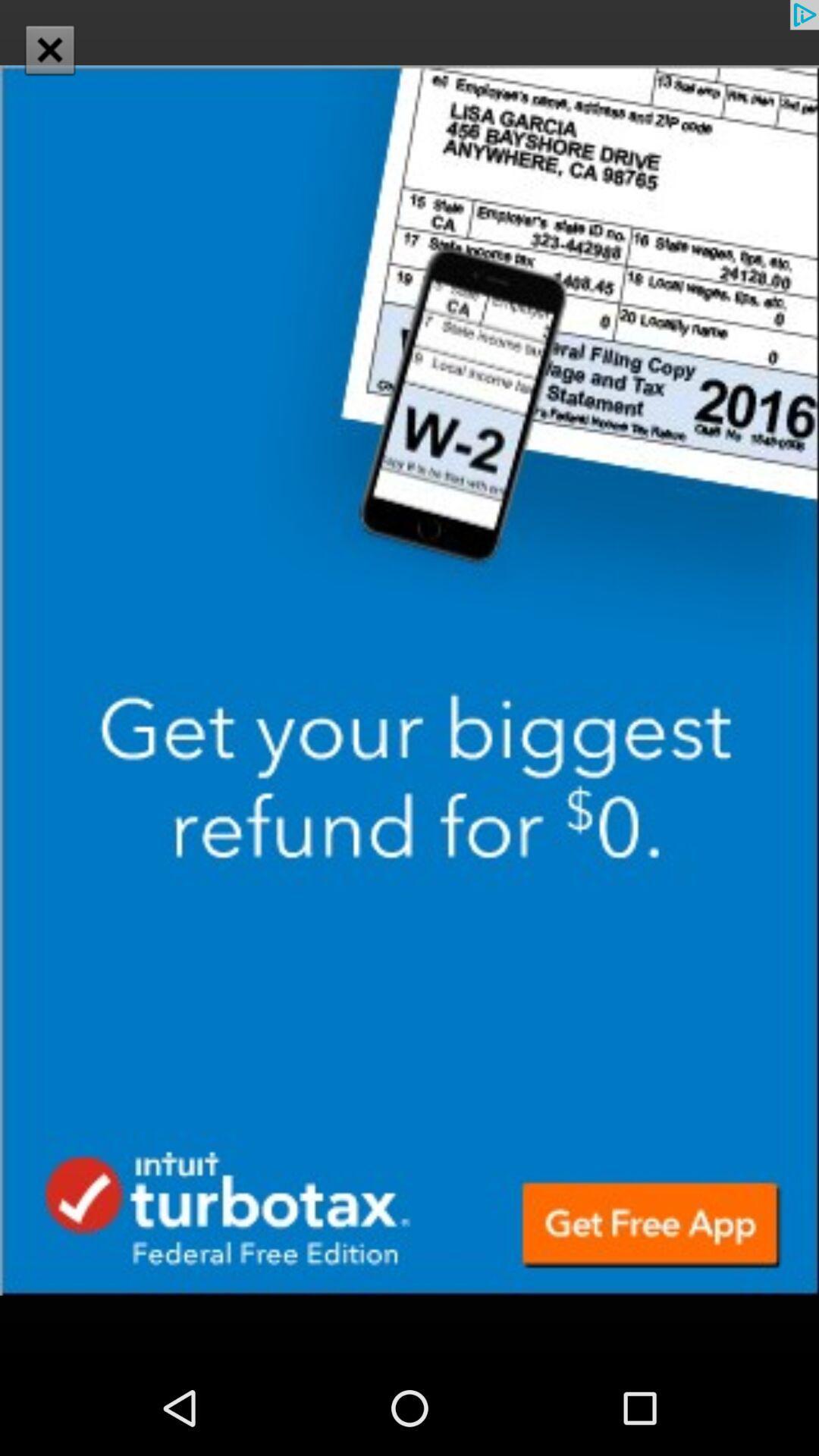  Describe the element at coordinates (49, 53) in the screenshot. I see `the close icon` at that location.